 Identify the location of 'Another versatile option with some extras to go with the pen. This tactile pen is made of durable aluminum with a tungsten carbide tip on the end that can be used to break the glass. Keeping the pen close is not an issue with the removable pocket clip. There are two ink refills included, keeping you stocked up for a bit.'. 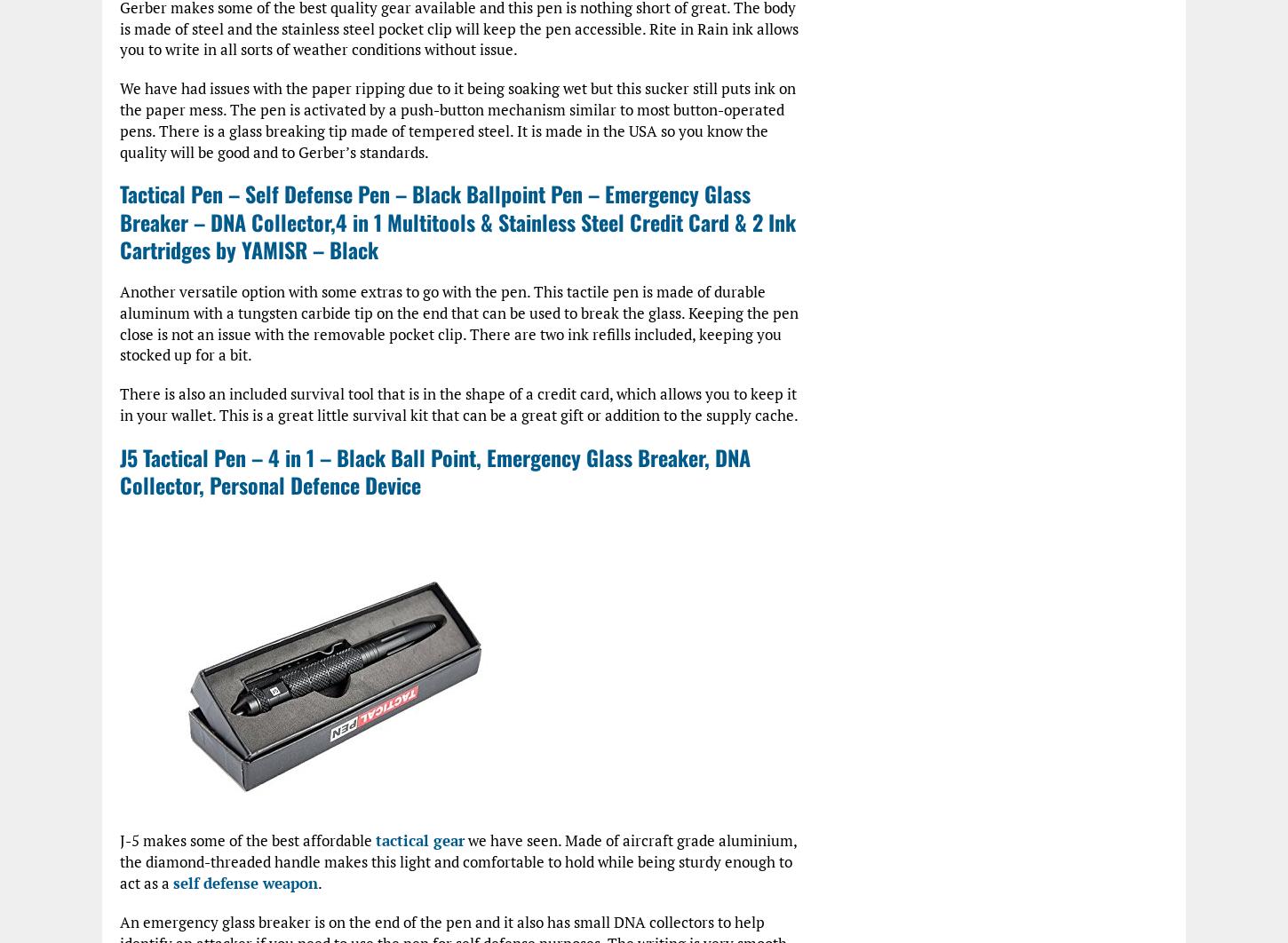
(459, 321).